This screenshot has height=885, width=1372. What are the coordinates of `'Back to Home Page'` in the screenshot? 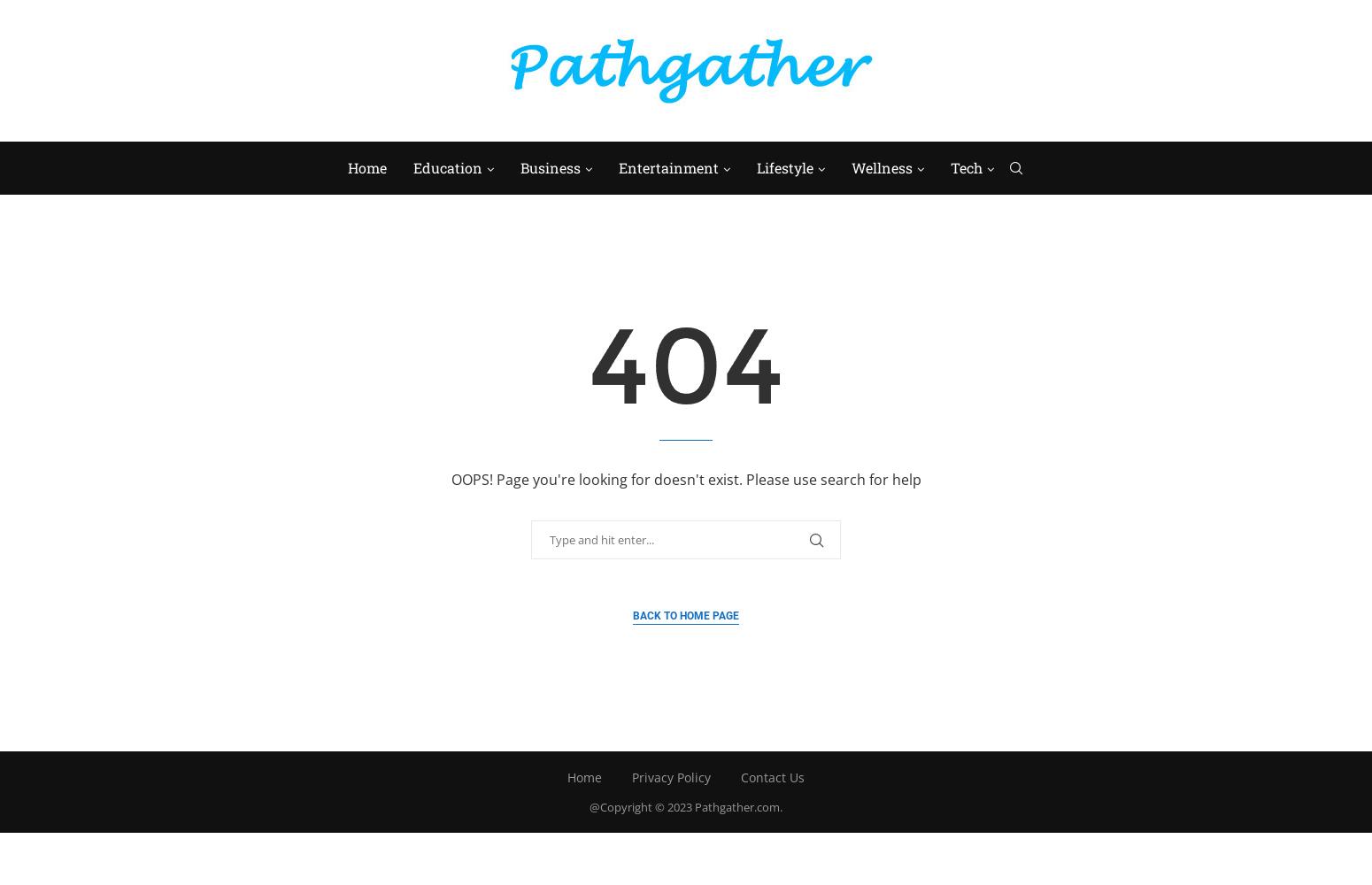 It's located at (686, 614).